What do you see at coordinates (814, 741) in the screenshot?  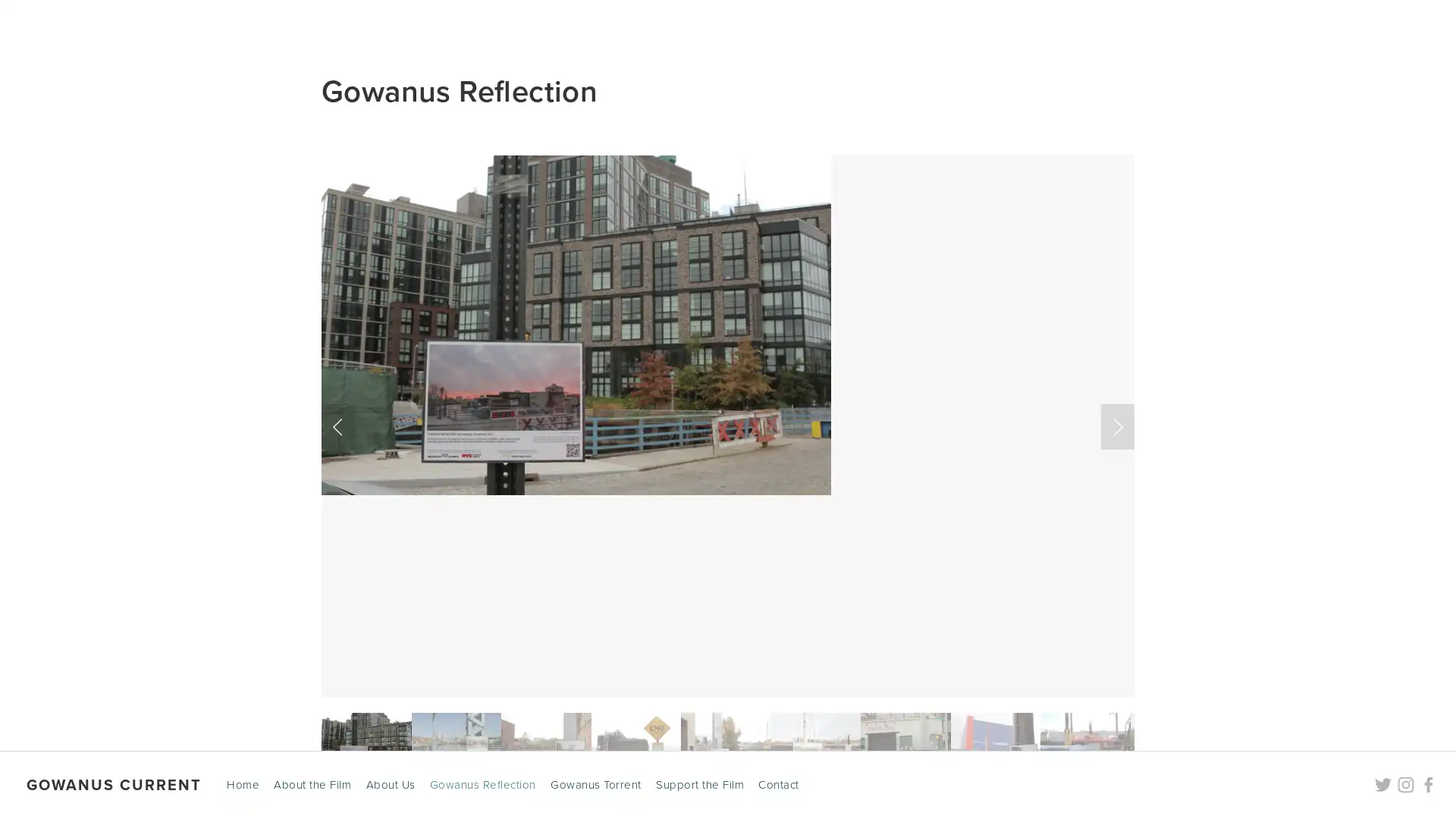 I see `Slide 6` at bounding box center [814, 741].